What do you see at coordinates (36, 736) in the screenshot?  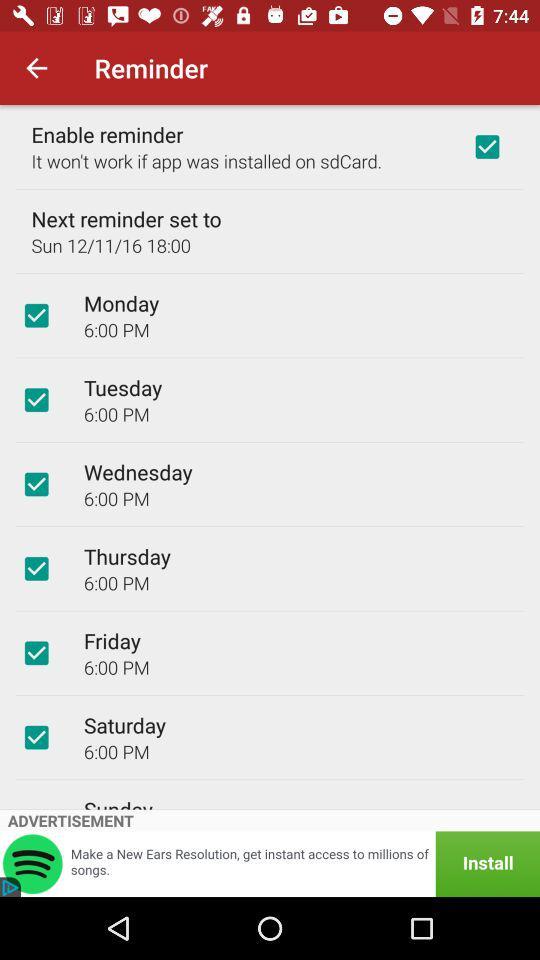 I see `day` at bounding box center [36, 736].